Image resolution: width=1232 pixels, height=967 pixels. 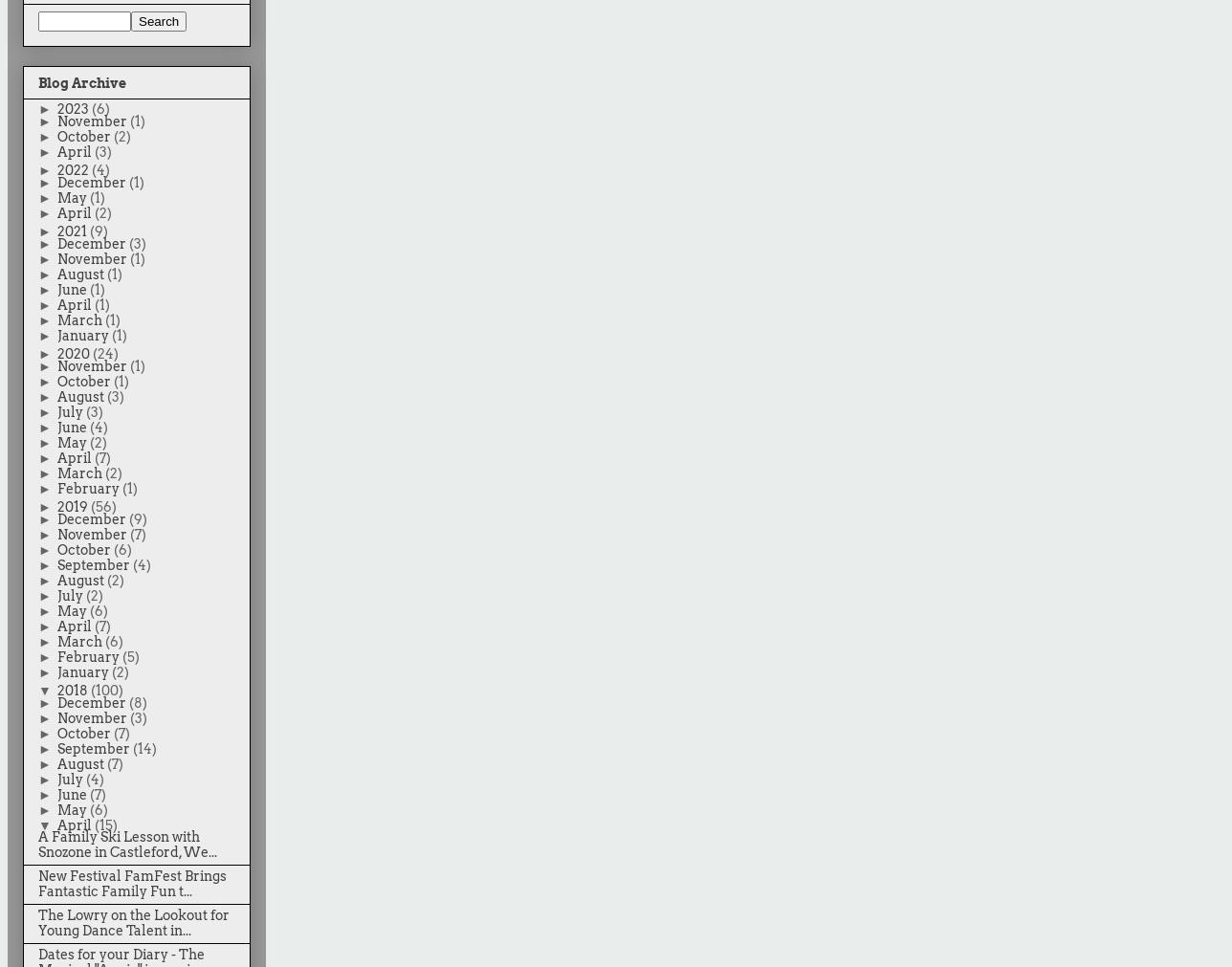 I want to click on '(56)', so click(x=102, y=506).